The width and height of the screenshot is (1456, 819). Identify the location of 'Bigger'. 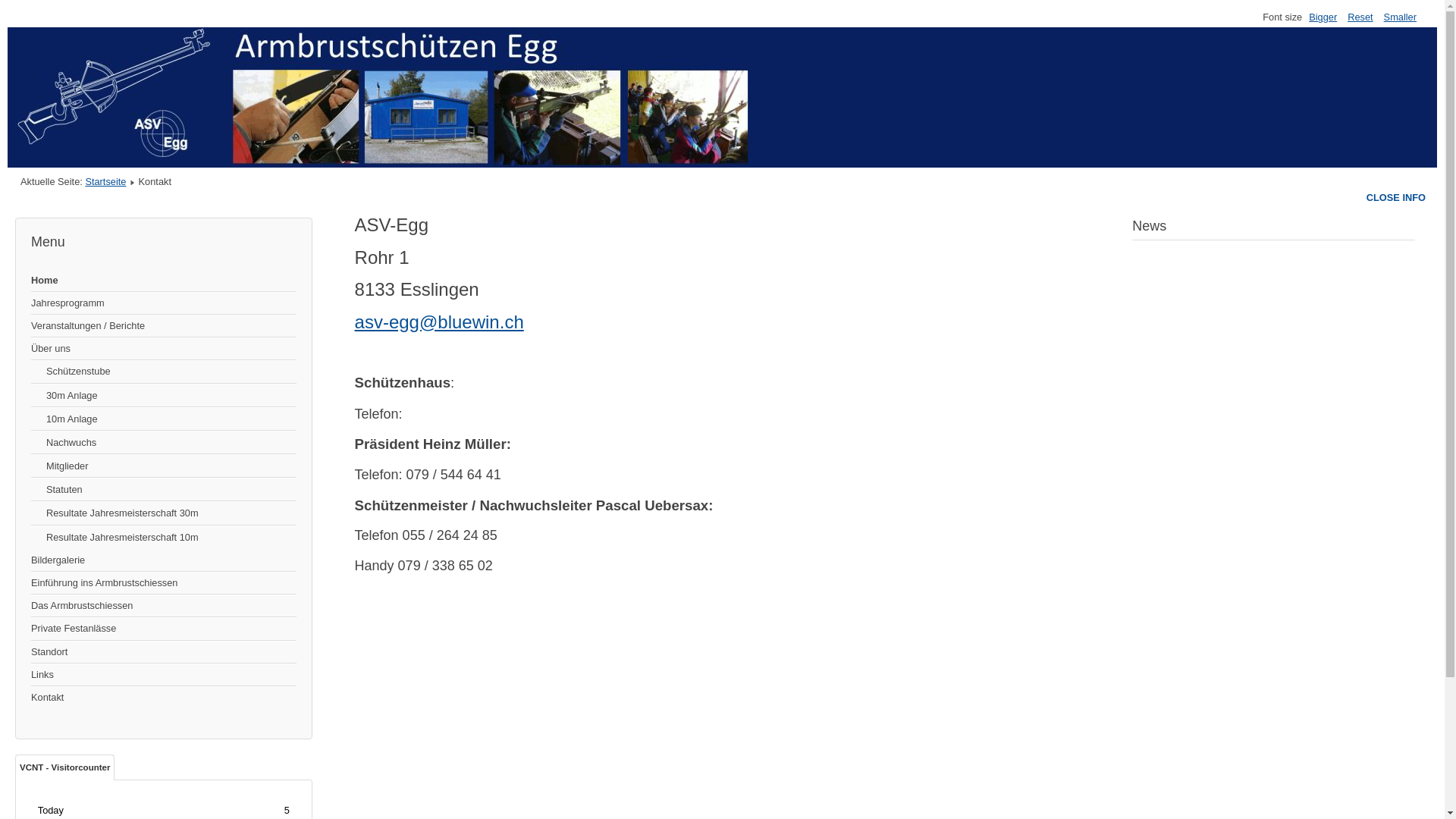
(1322, 17).